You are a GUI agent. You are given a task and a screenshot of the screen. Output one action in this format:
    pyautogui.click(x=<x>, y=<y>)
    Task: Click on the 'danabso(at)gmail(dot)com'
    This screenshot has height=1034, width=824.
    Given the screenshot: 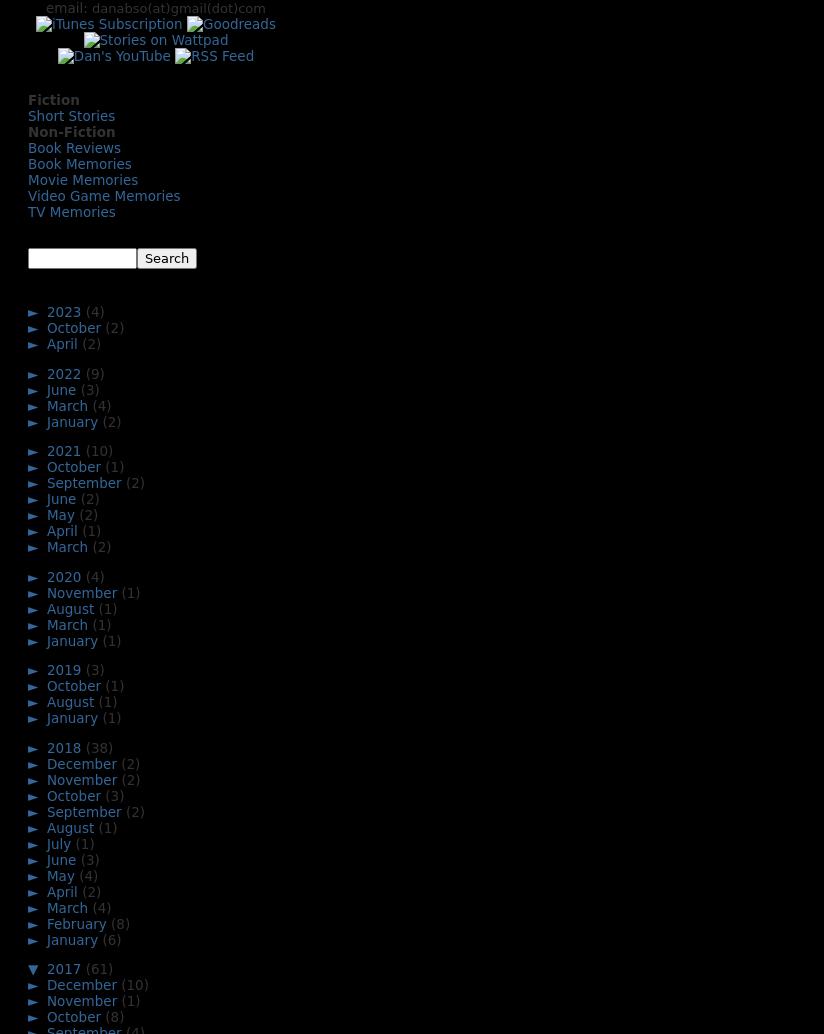 What is the action you would take?
    pyautogui.click(x=178, y=8)
    